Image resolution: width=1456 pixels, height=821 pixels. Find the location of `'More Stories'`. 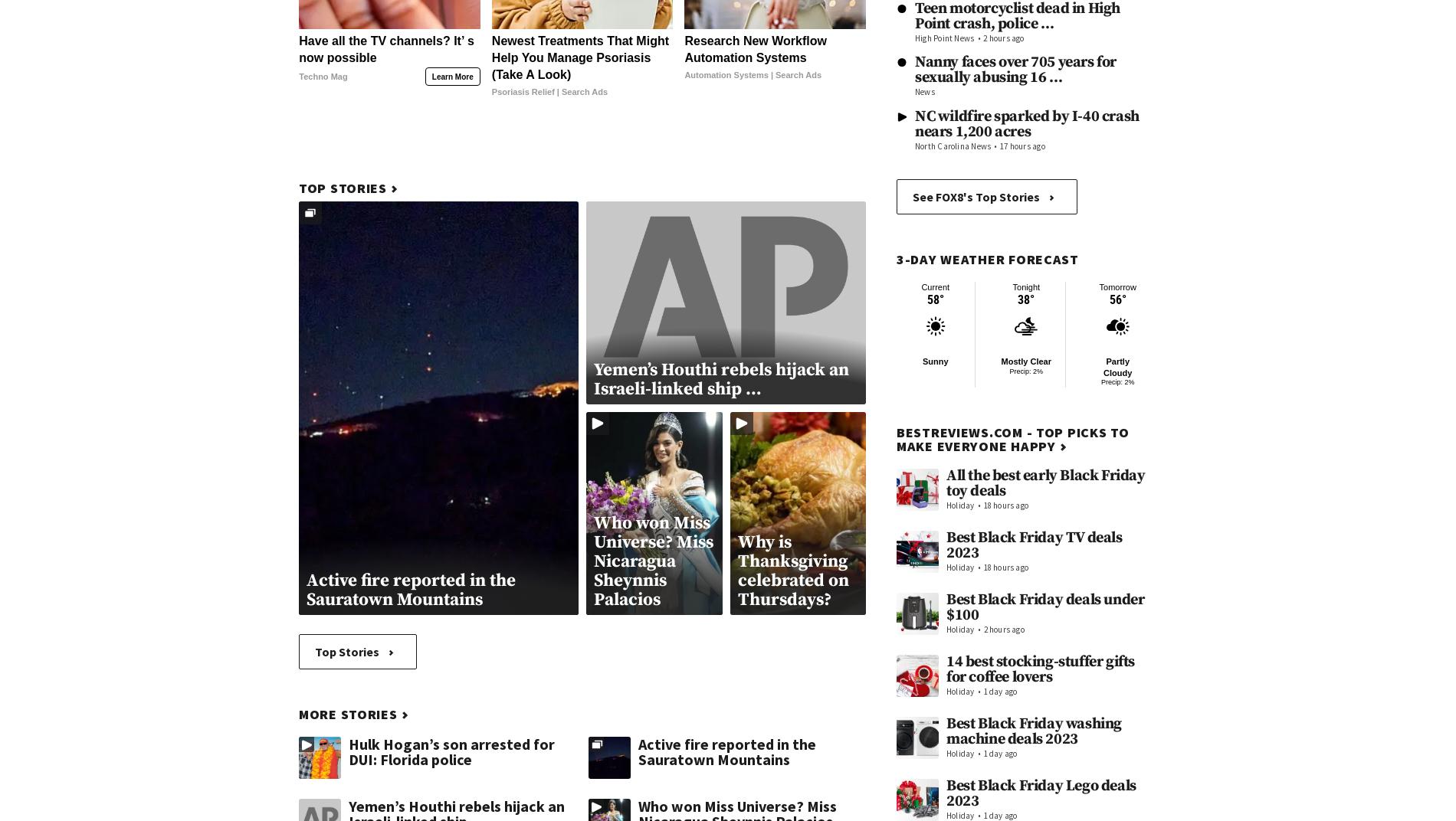

'More Stories' is located at coordinates (298, 714).